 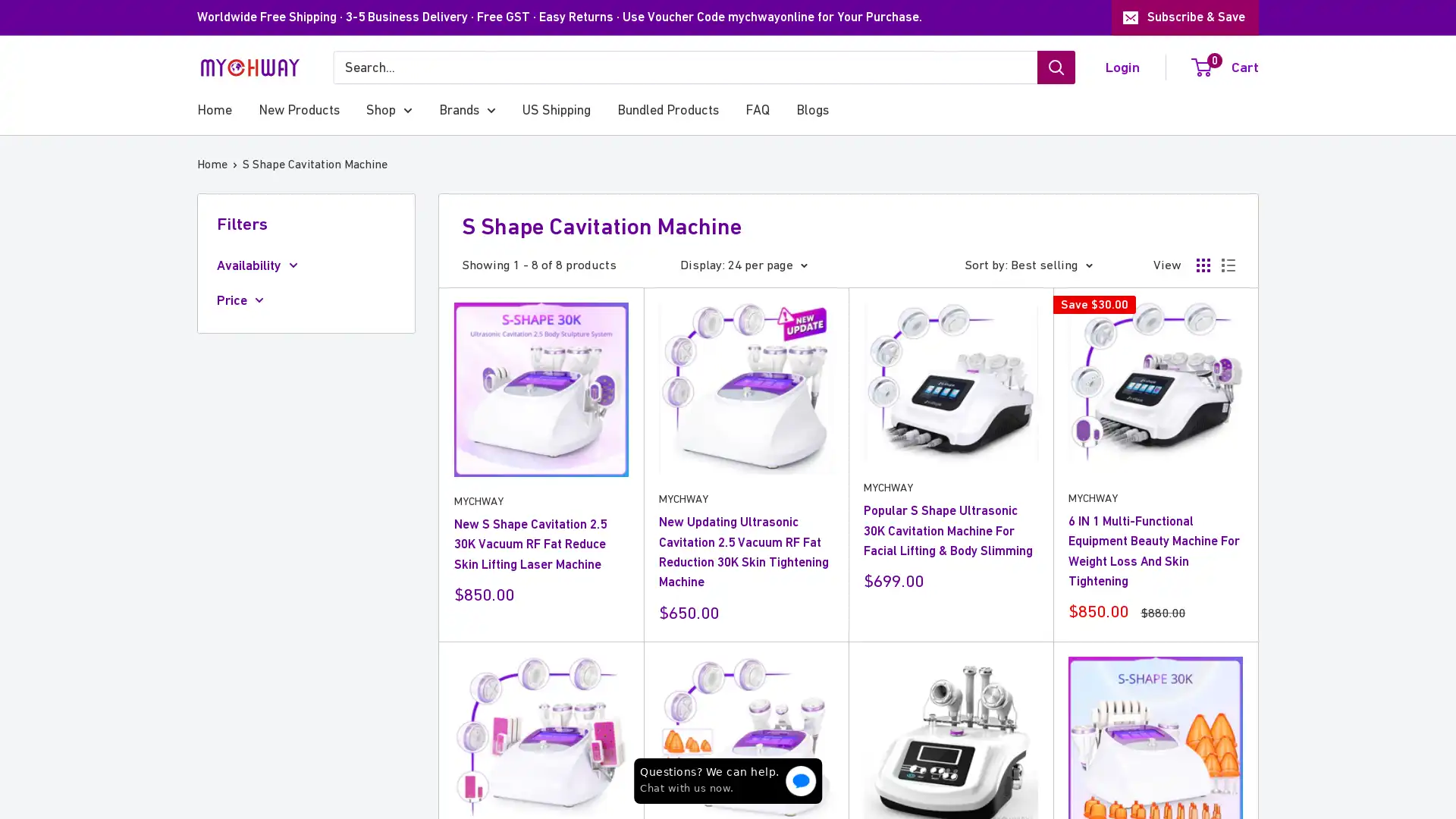 I want to click on Display products as grid, so click(x=1203, y=263).